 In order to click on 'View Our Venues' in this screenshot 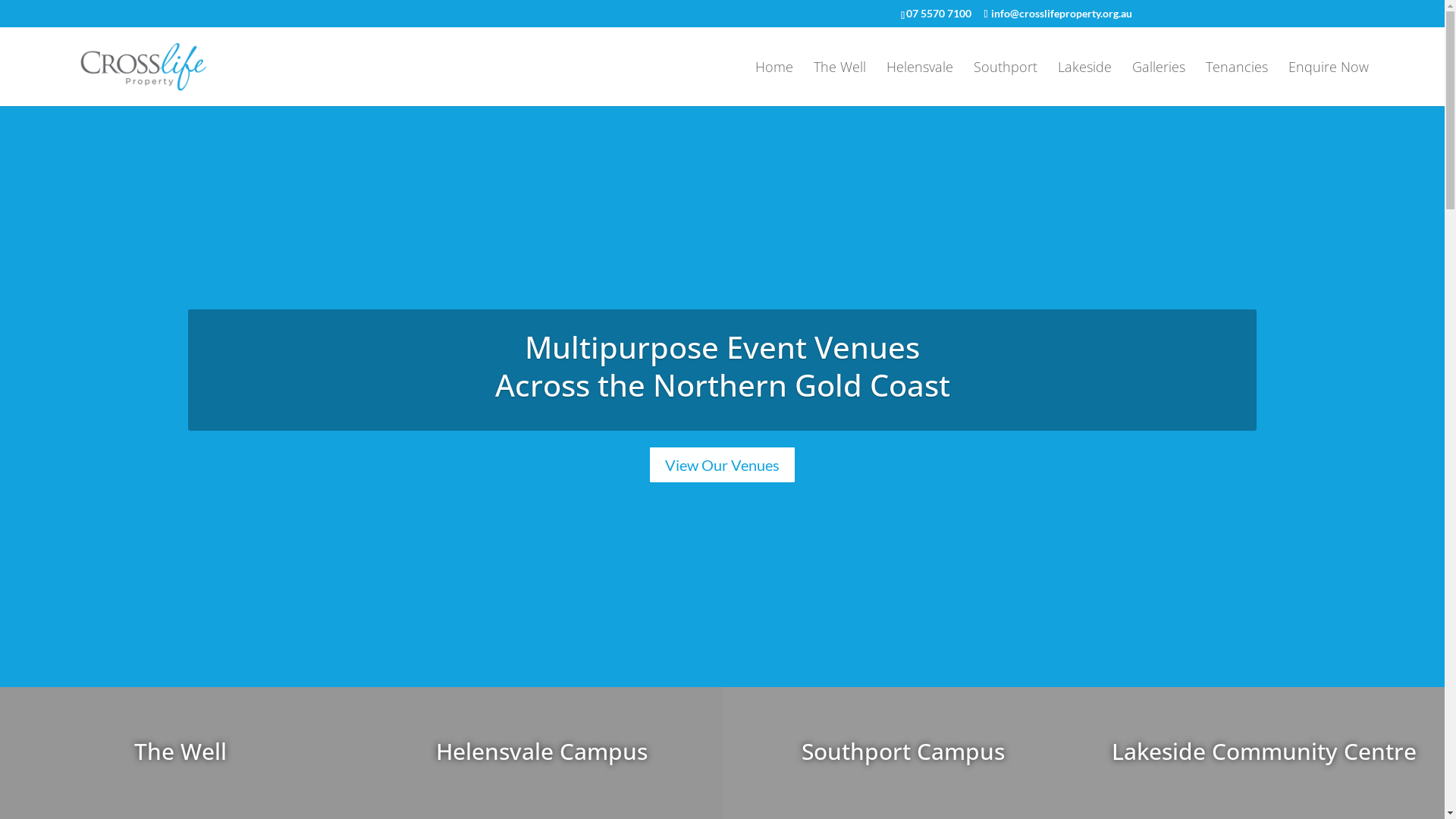, I will do `click(721, 464)`.